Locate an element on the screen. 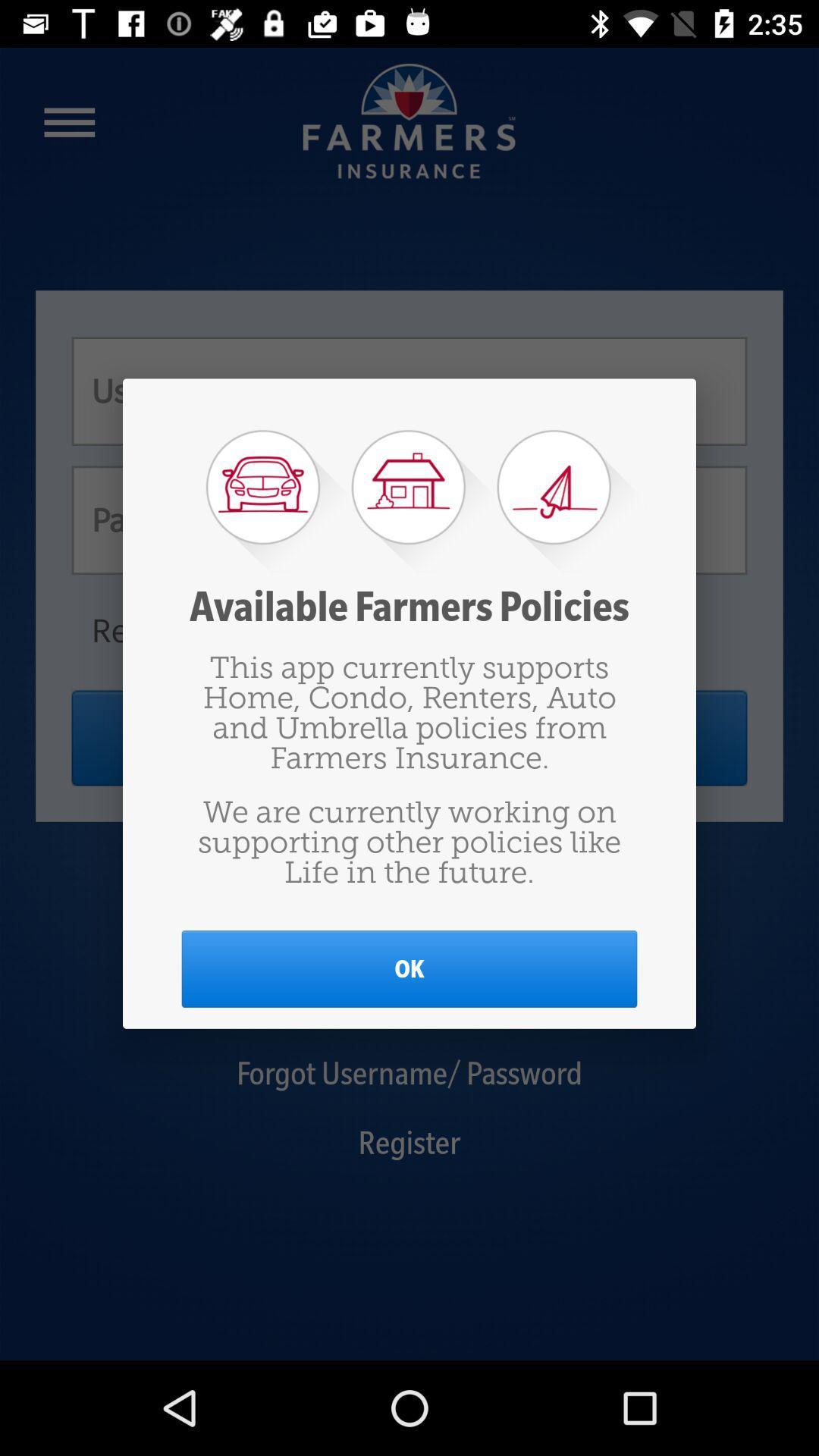 The width and height of the screenshot is (819, 1456). the ok item is located at coordinates (409, 968).